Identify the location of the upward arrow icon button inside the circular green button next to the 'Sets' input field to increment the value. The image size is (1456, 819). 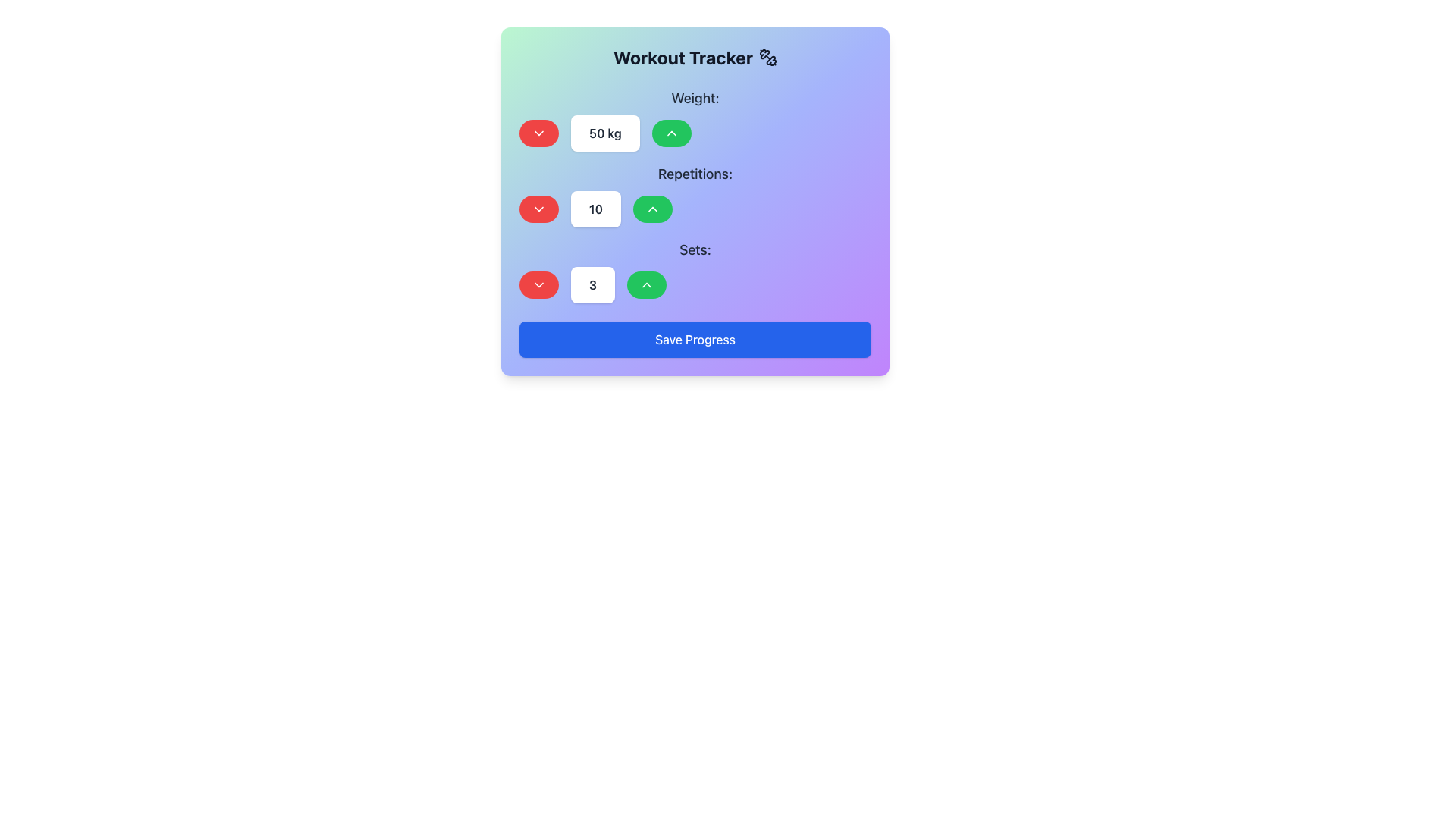
(647, 284).